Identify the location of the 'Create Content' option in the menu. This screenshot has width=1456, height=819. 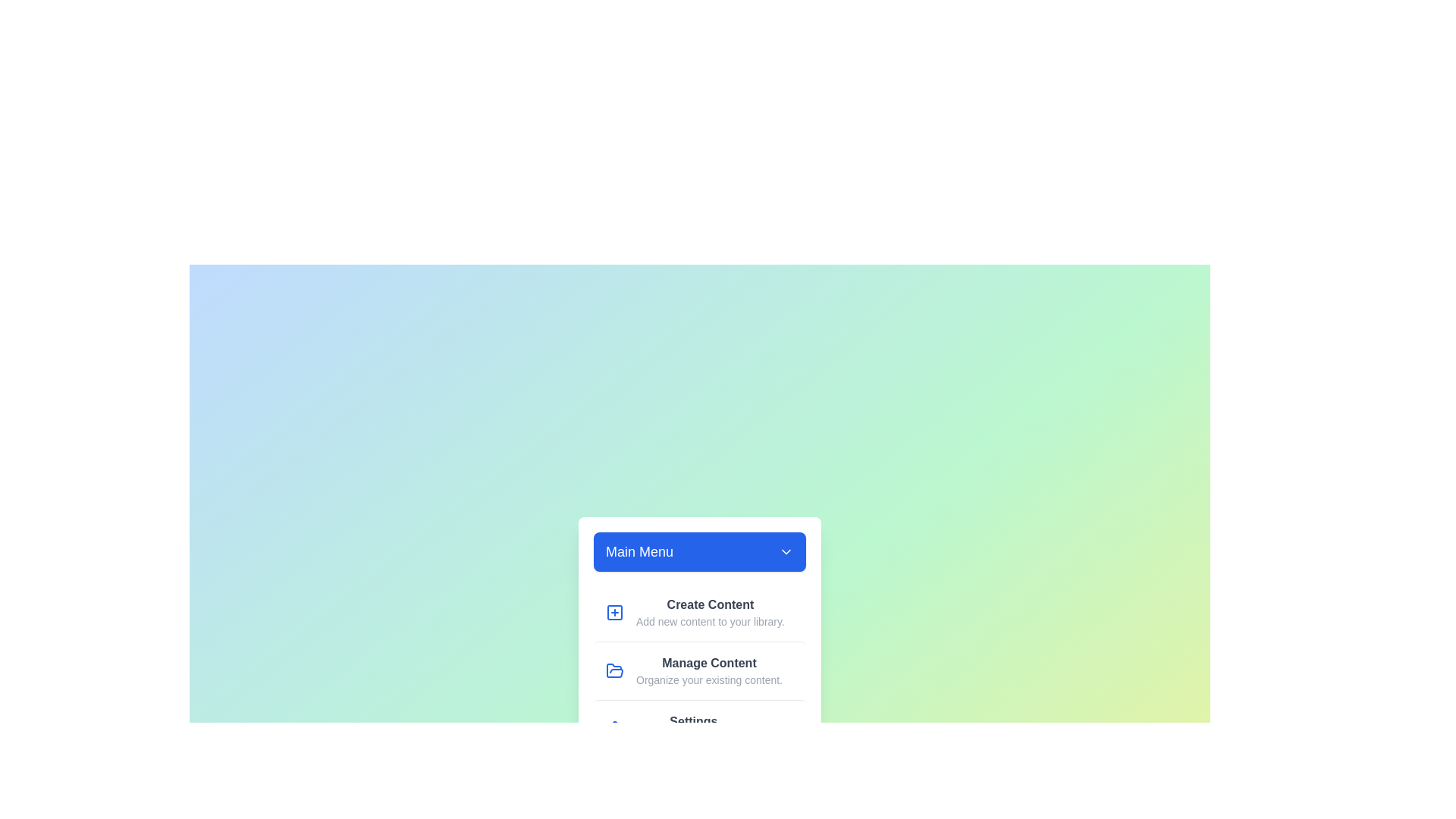
(698, 611).